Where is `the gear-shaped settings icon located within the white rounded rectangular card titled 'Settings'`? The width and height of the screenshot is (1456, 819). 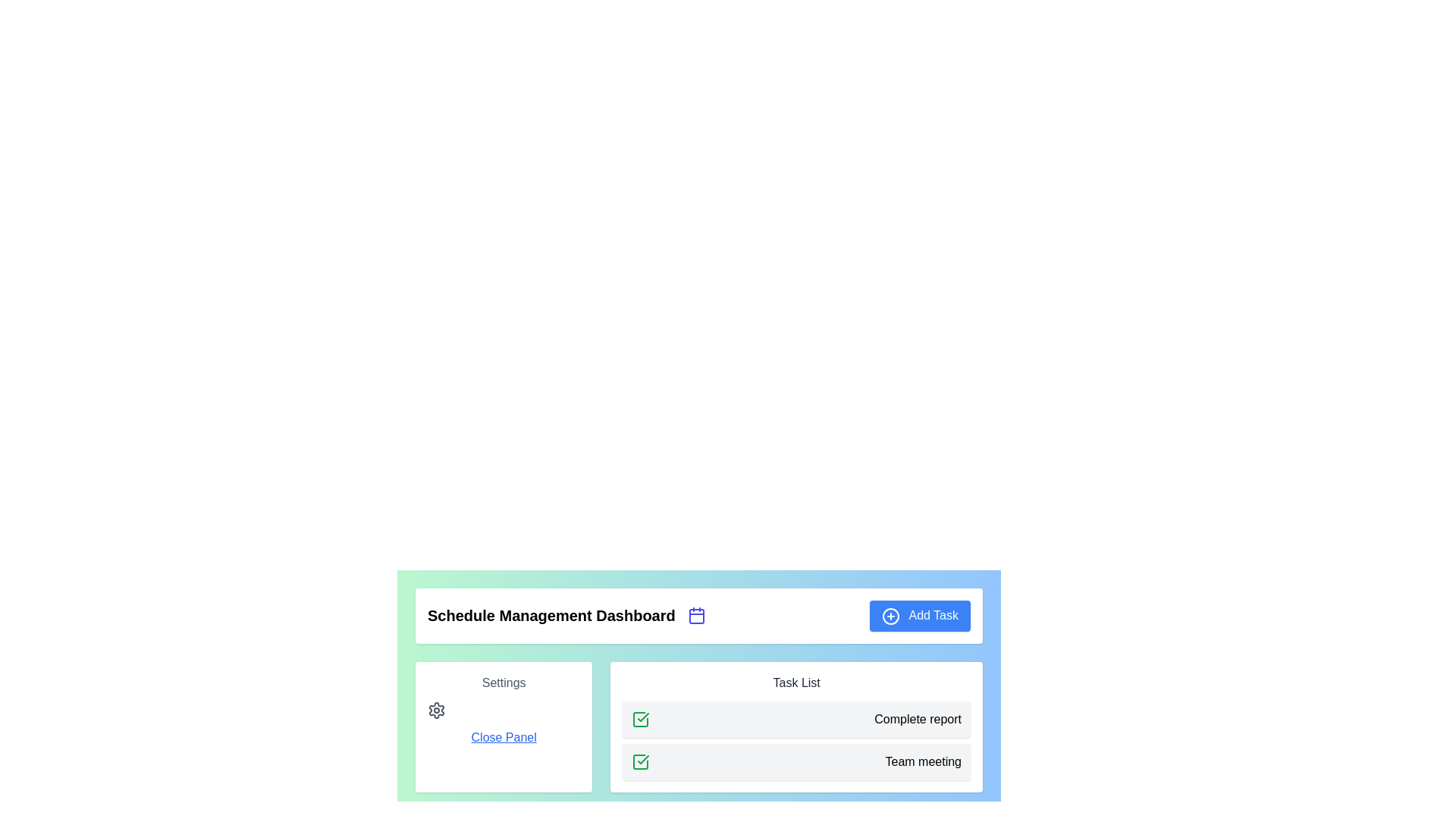
the gear-shaped settings icon located within the white rounded rectangular card titled 'Settings' is located at coordinates (436, 710).